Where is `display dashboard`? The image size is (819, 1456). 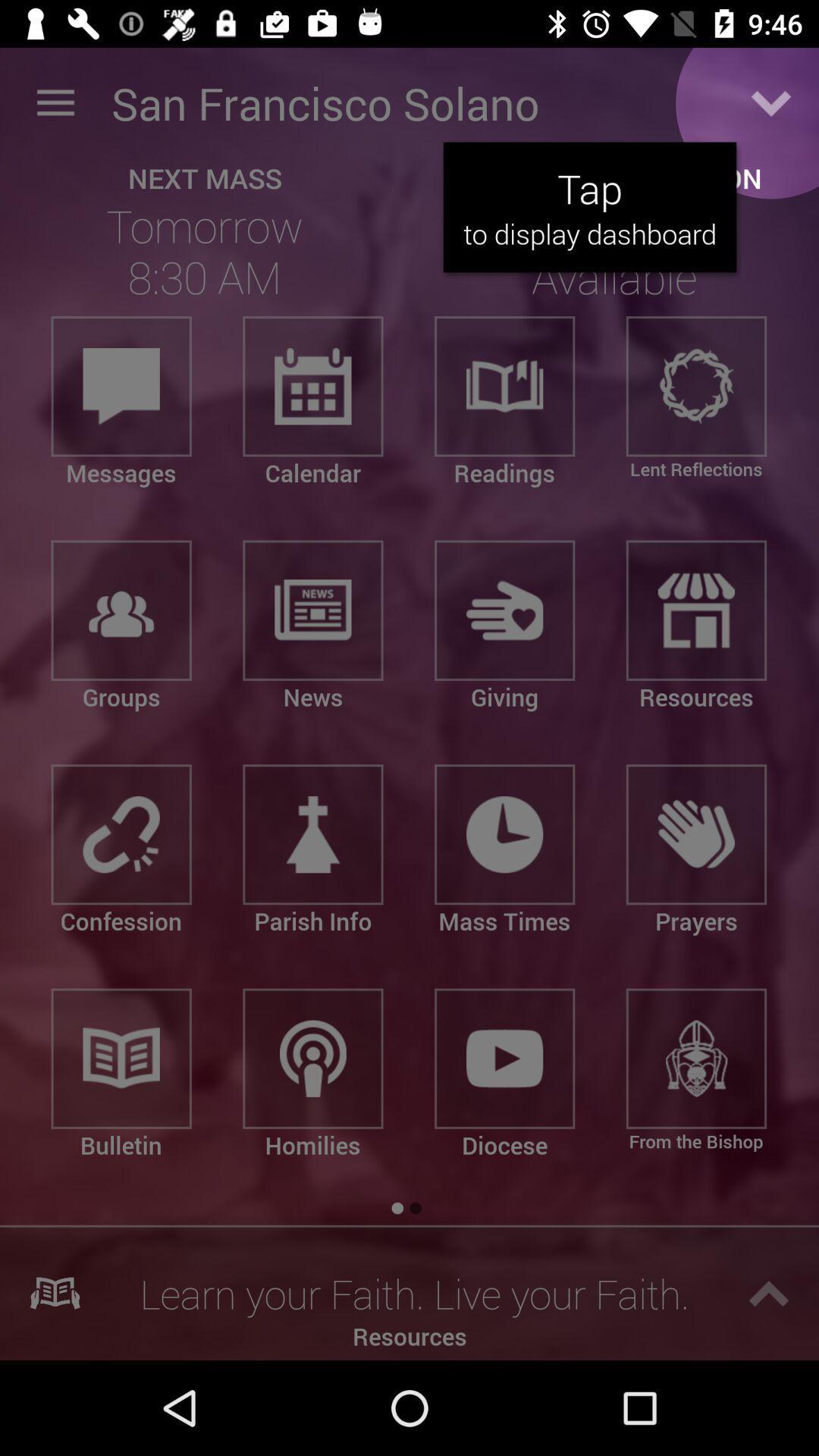 display dashboard is located at coordinates (771, 102).